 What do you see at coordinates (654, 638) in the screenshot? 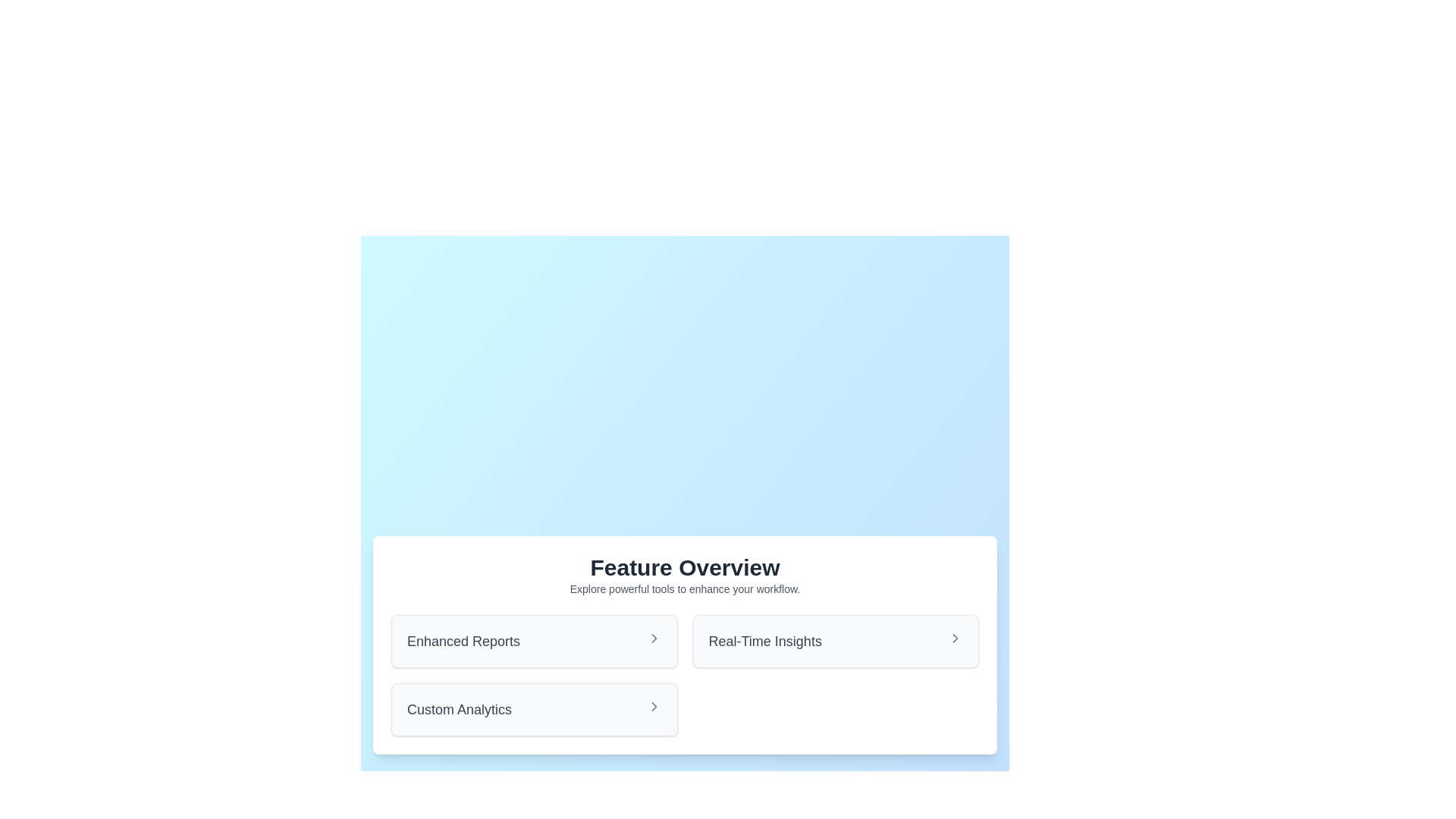
I see `the chevron icon pointing to the right within the 'Enhanced Reports' button in the feature overview section` at bounding box center [654, 638].